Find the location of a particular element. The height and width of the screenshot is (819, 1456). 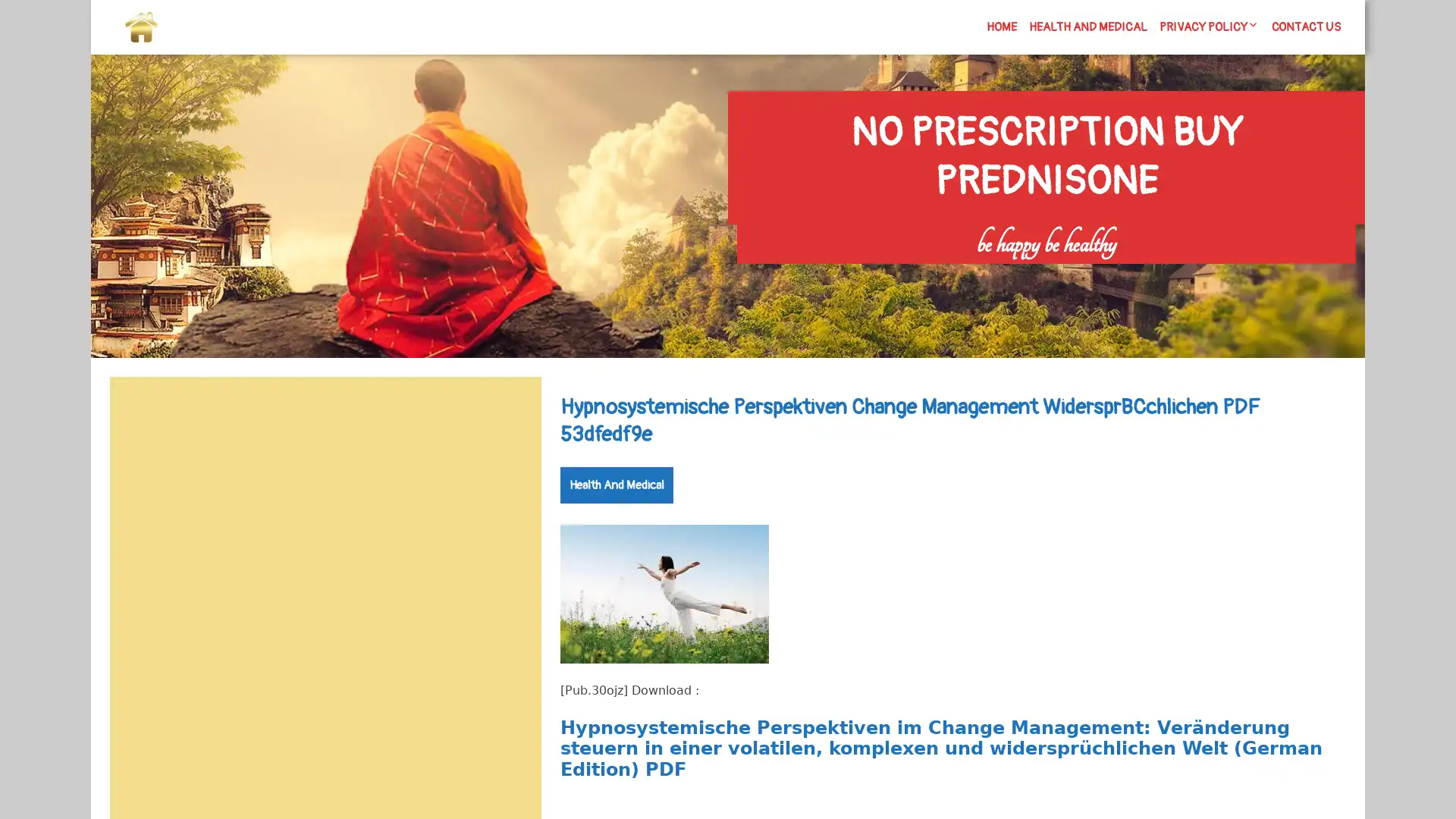

Search is located at coordinates (1181, 274).